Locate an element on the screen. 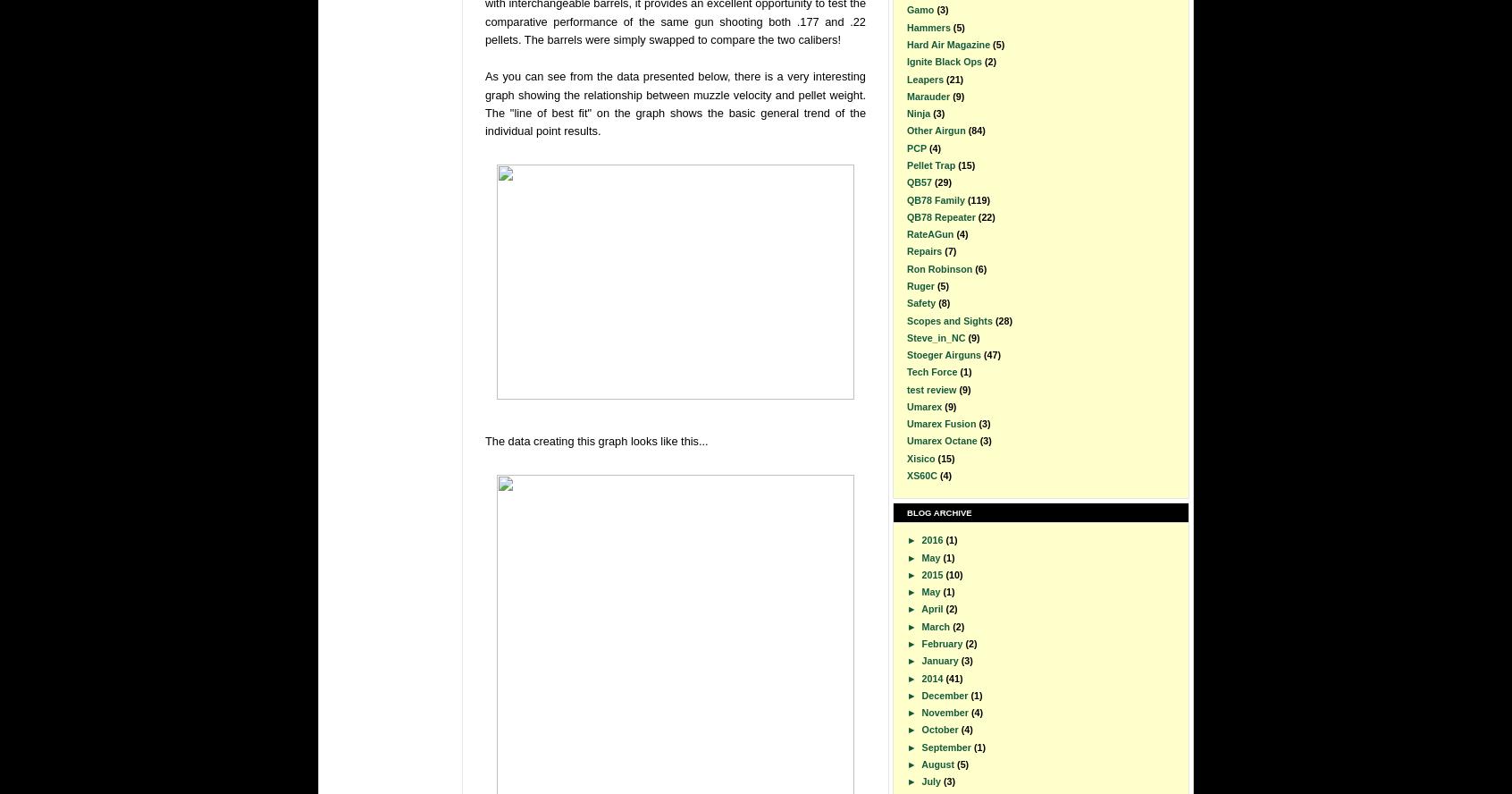  'Tech Force' is located at coordinates (906, 371).